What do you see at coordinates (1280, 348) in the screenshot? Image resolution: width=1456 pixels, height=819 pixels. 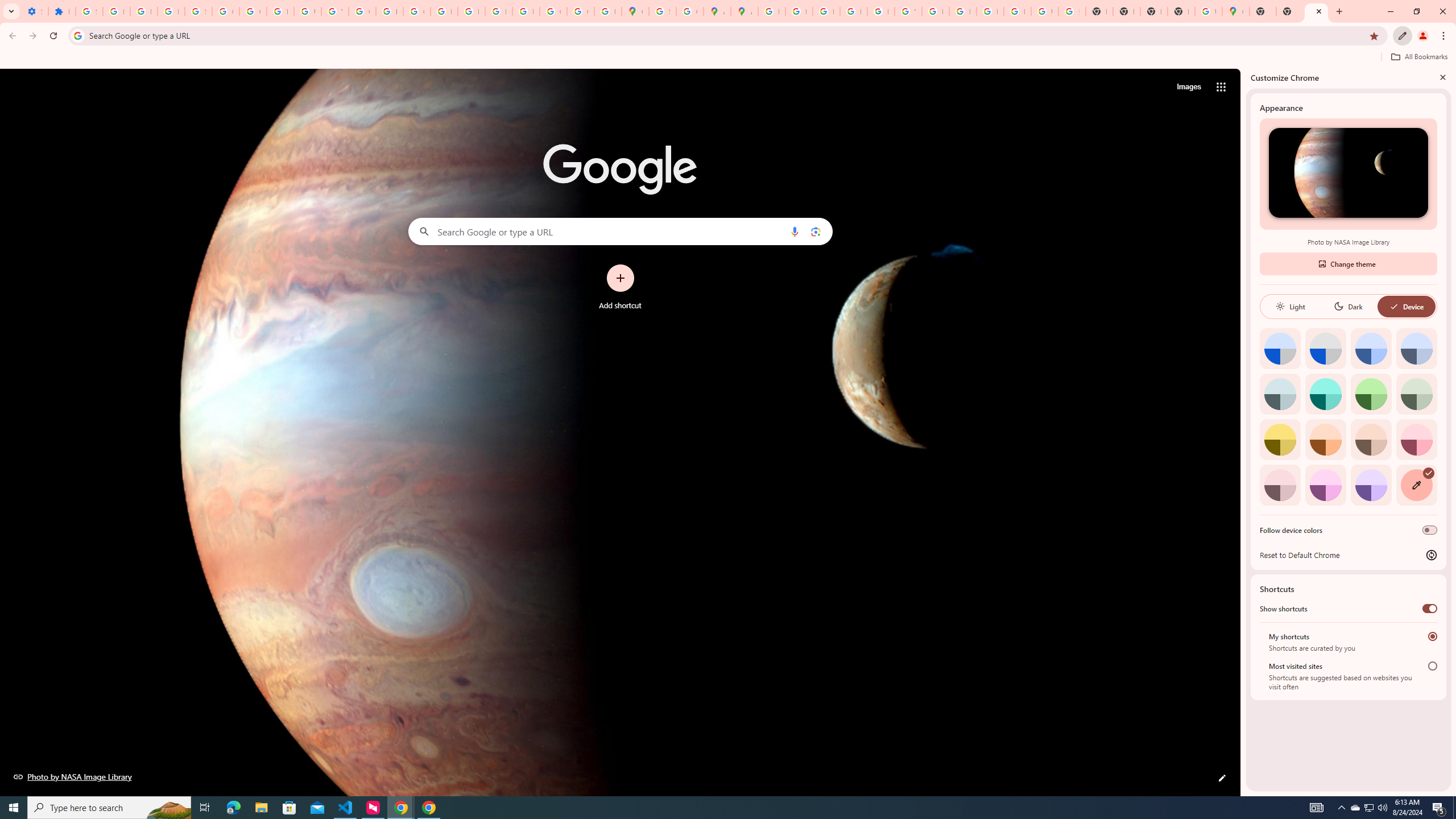 I see `'Default color'` at bounding box center [1280, 348].